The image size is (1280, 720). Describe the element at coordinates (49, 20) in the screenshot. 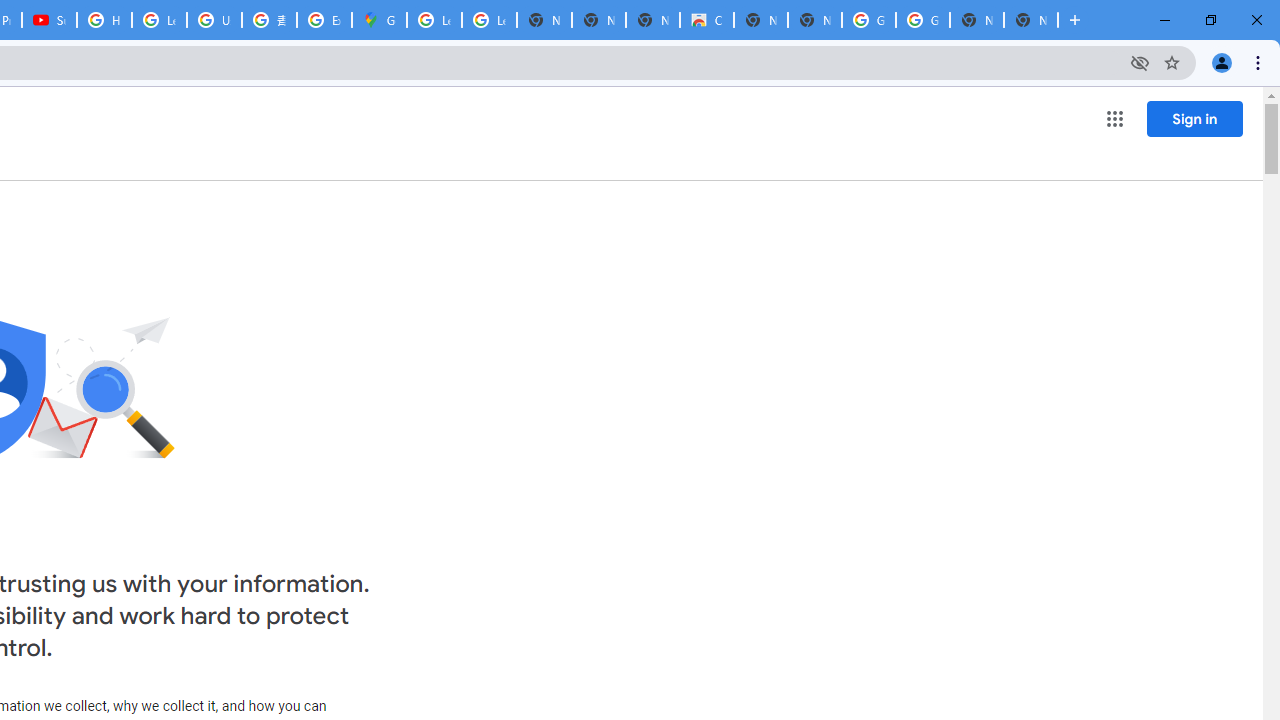

I see `'Subscriptions - YouTube'` at that location.